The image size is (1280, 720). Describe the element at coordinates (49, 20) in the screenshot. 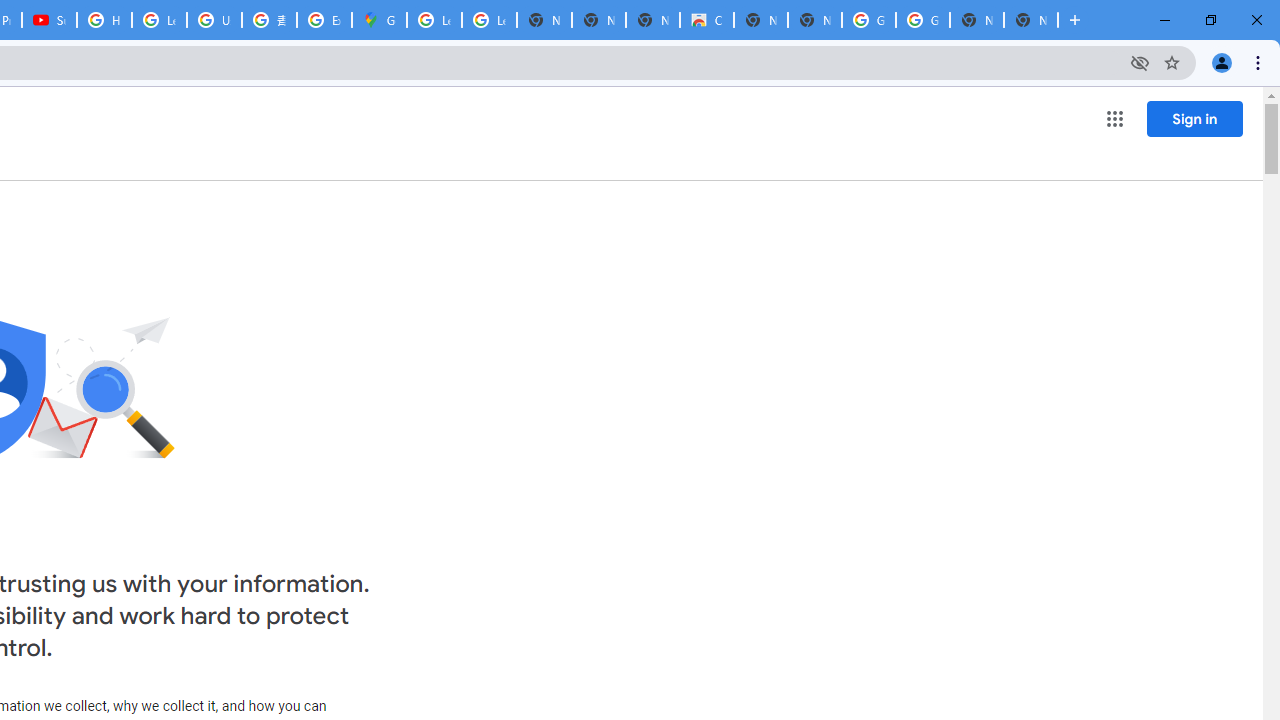

I see `'Subscriptions - YouTube'` at that location.